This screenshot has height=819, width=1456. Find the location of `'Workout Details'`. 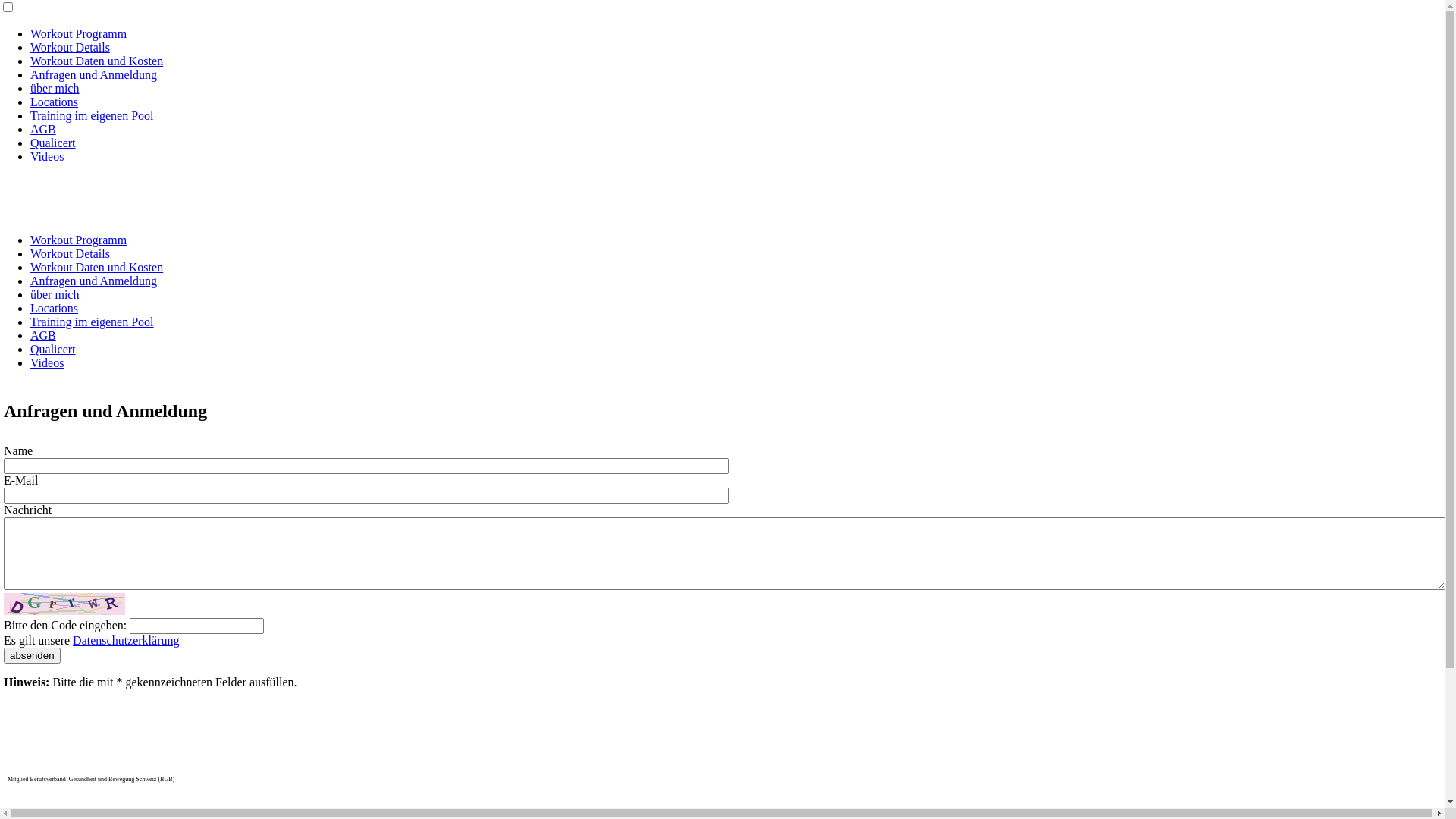

'Workout Details' is located at coordinates (69, 46).